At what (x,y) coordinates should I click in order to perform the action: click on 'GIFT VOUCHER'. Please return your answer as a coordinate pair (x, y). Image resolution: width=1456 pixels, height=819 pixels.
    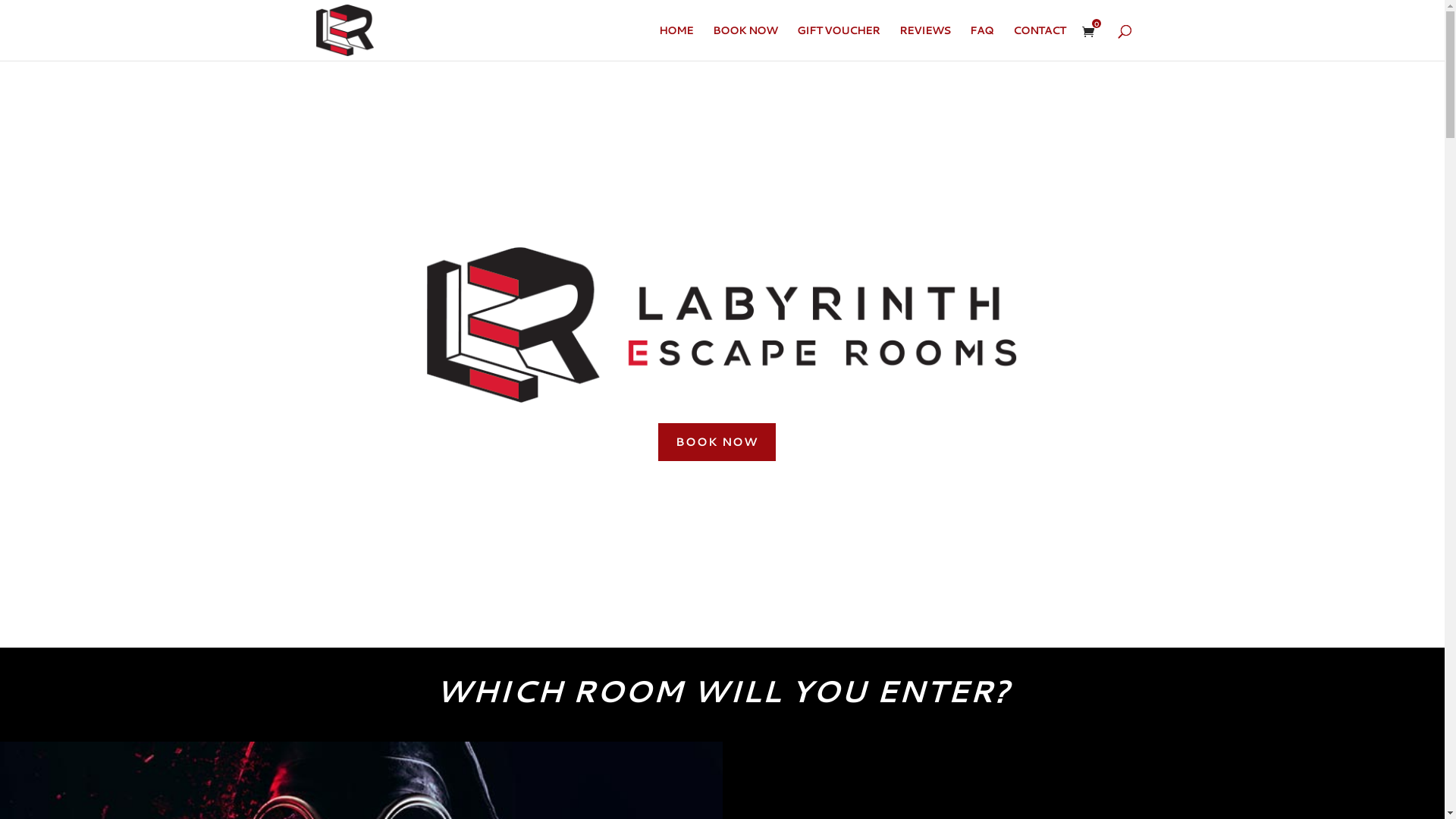
    Looking at the image, I should click on (836, 42).